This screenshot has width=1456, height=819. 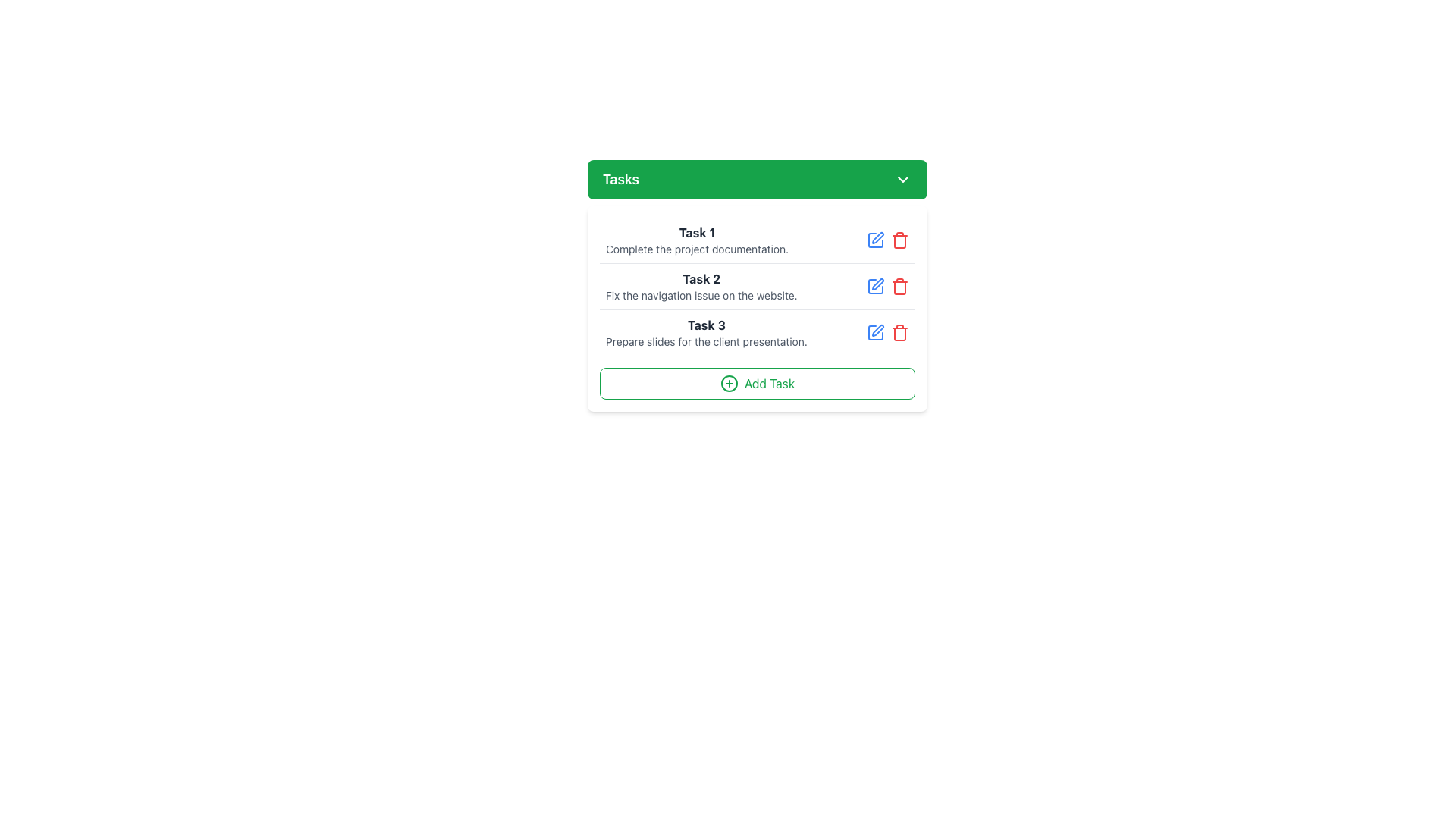 What do you see at coordinates (705, 332) in the screenshot?
I see `the third item` at bounding box center [705, 332].